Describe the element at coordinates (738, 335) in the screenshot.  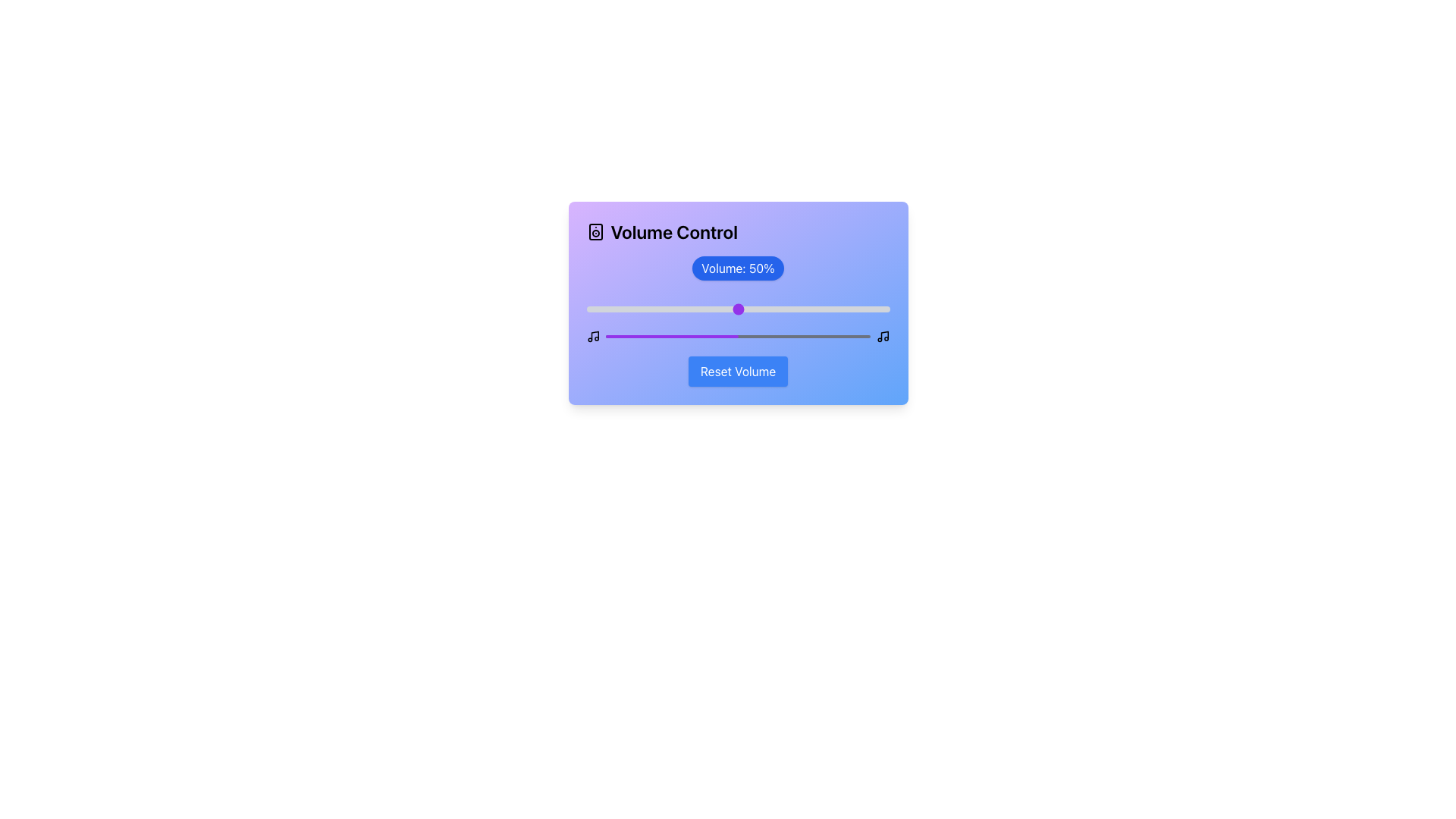
I see `the Progress Bar indicating the current volume level, which is located below the 'Volume: 50%' label and above the 'Reset Volume' button in the 'Volume Control' component` at that location.